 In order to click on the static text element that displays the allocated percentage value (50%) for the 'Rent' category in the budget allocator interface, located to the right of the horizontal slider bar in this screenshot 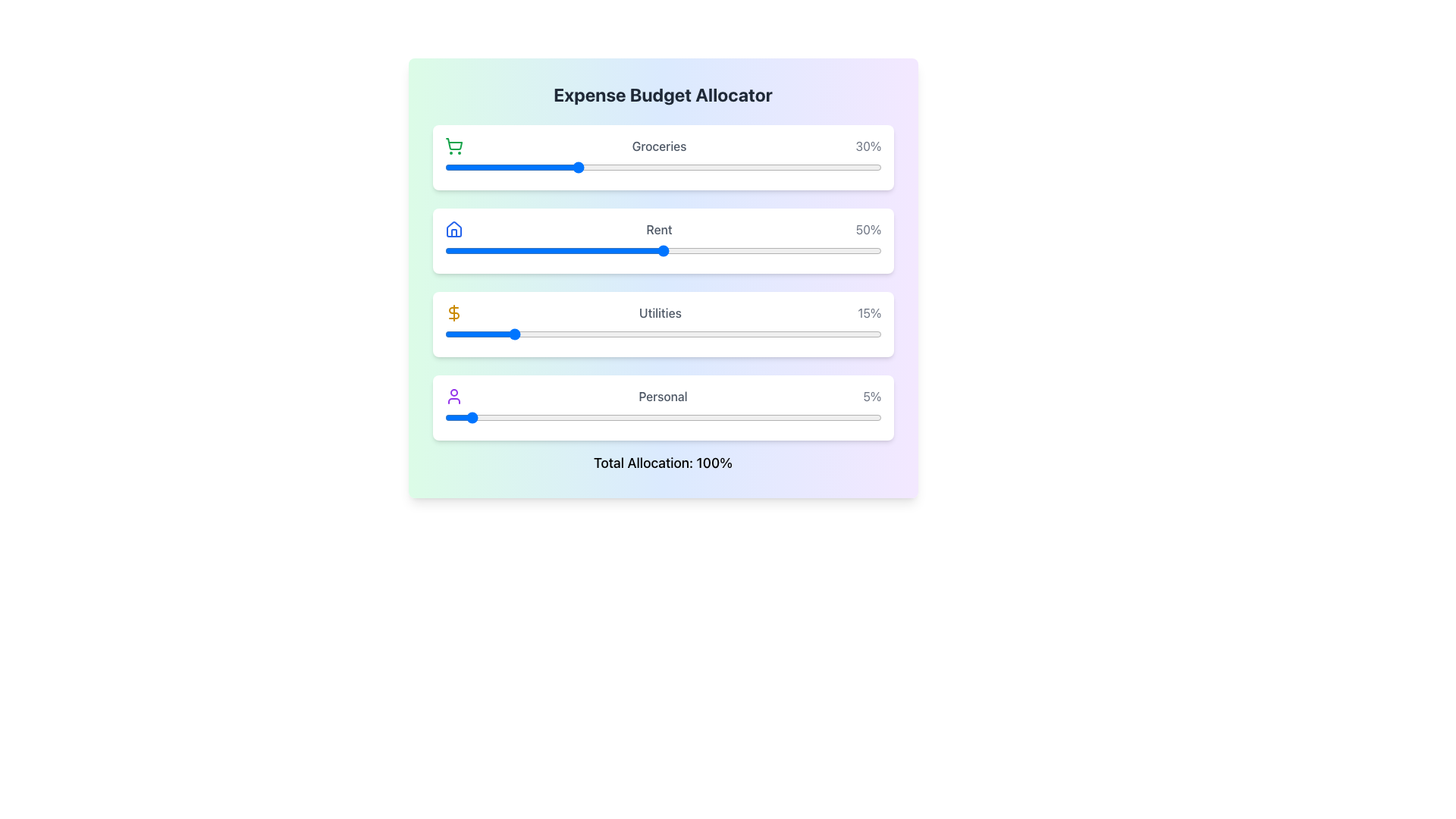, I will do `click(868, 230)`.